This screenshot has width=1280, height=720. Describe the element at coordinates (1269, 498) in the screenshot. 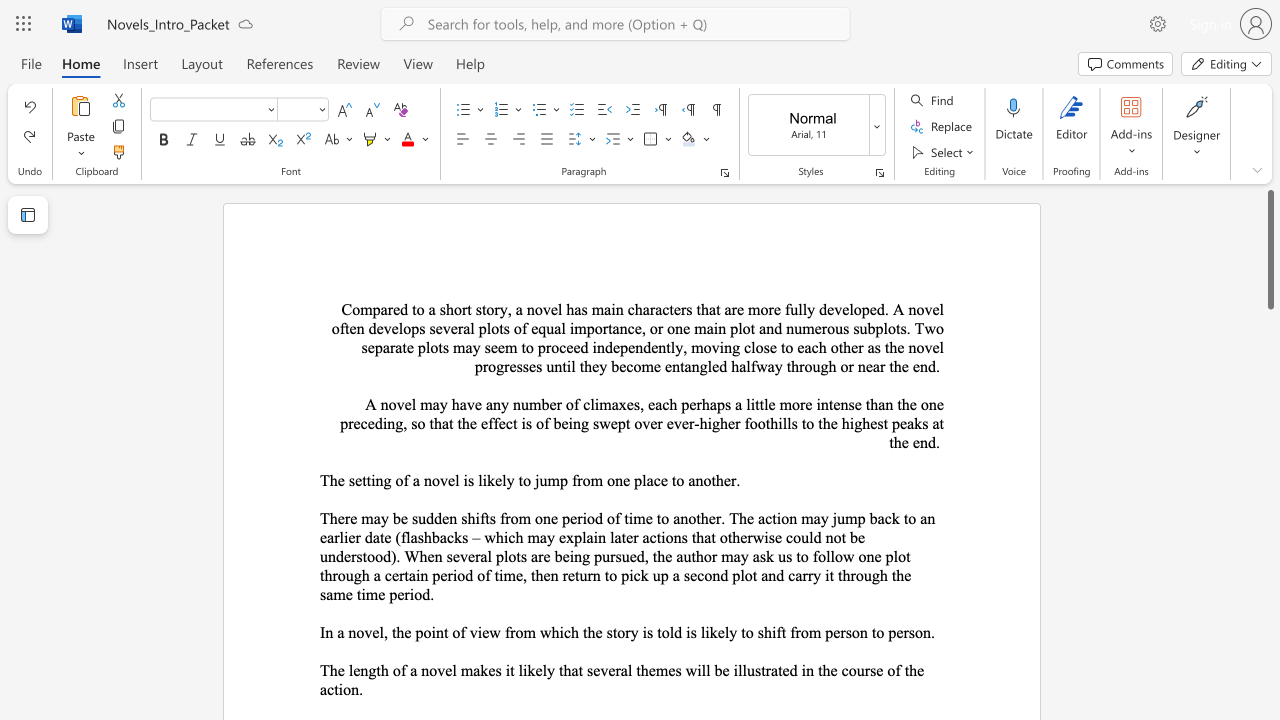

I see `the scrollbar to scroll the page down` at that location.